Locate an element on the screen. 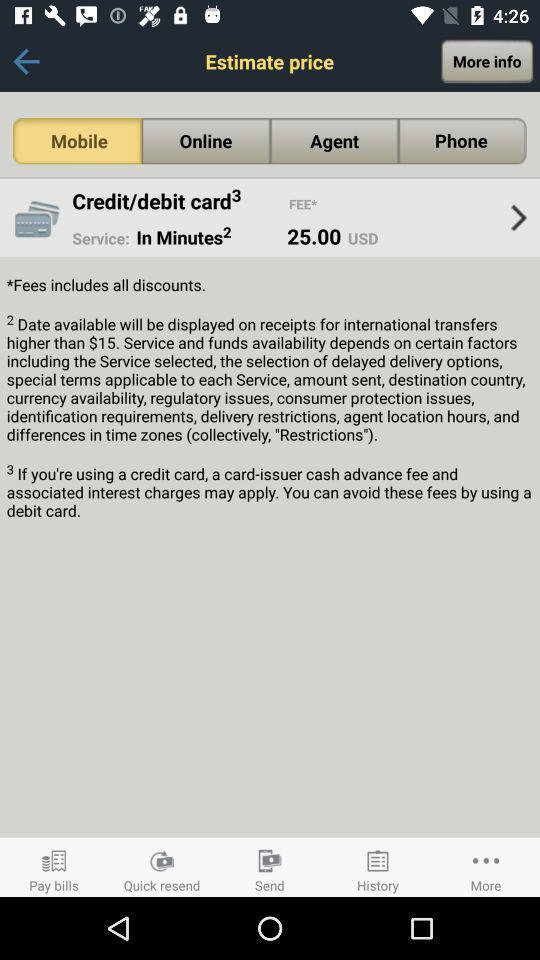  more is located at coordinates (485, 866).